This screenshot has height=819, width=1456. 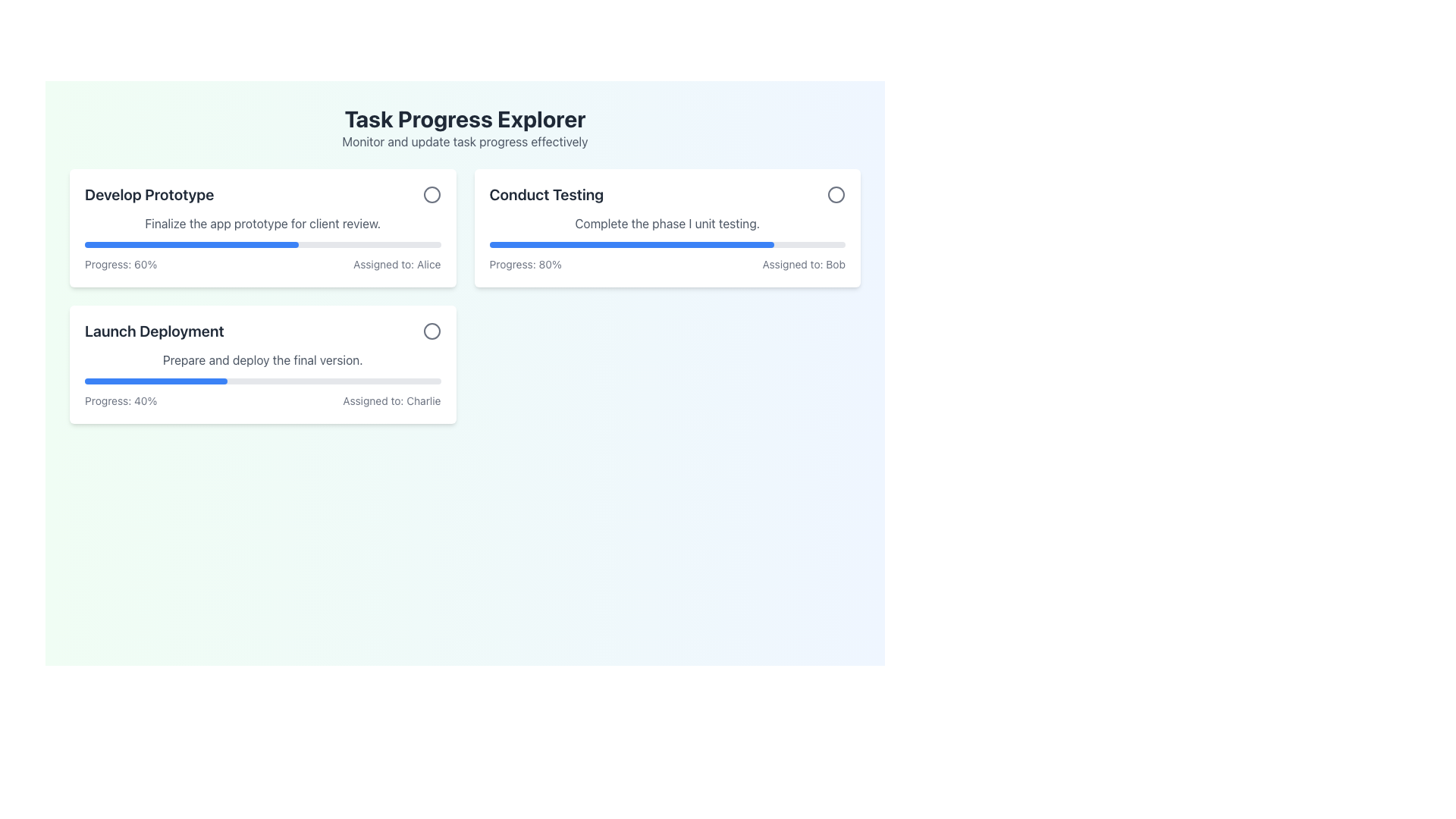 I want to click on the text label that describes the task 'Launch Deployment' located below the task title and above the progress bar, so click(x=262, y=359).